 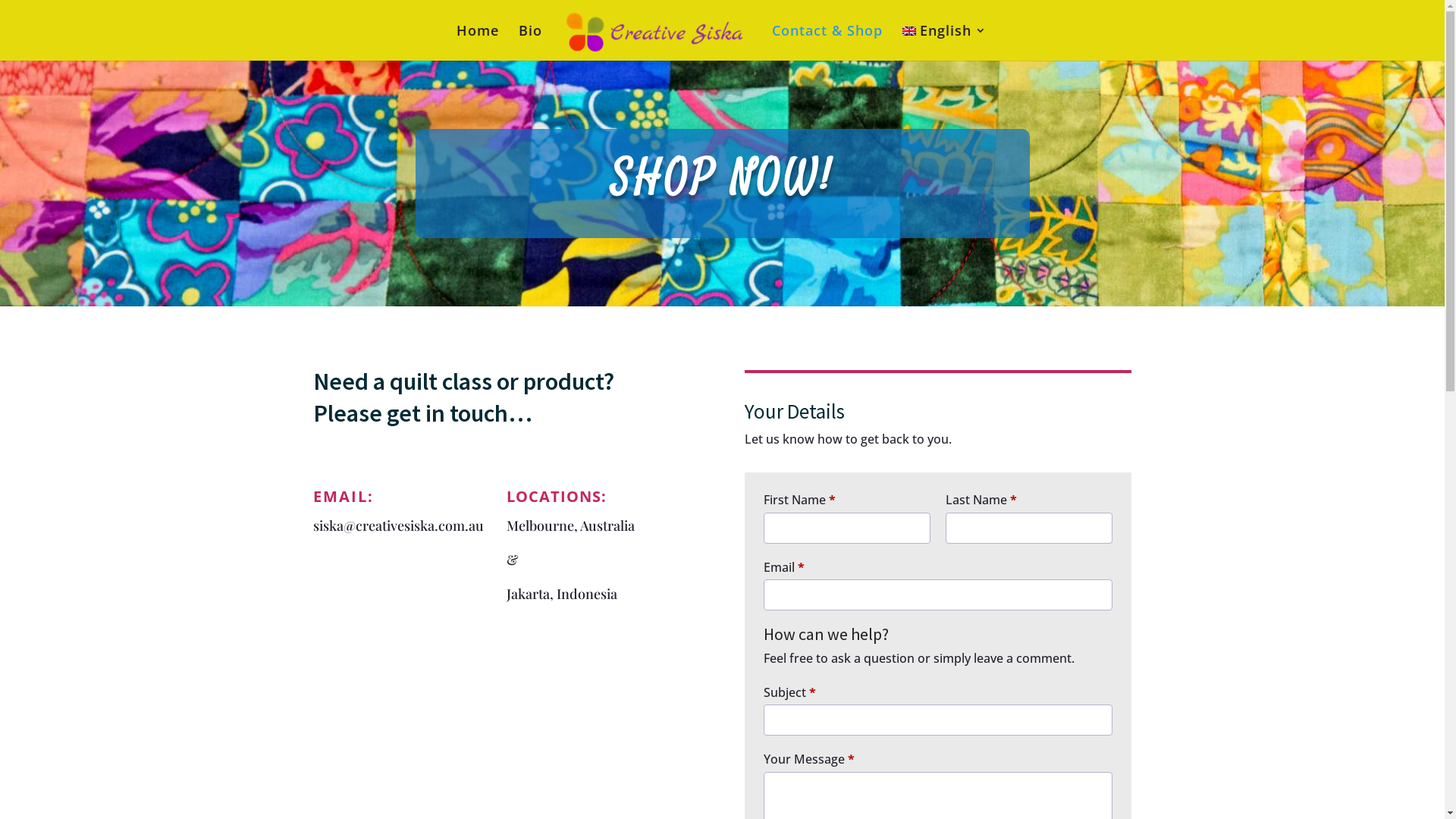 I want to click on 'Contact & Shop', so click(x=826, y=42).